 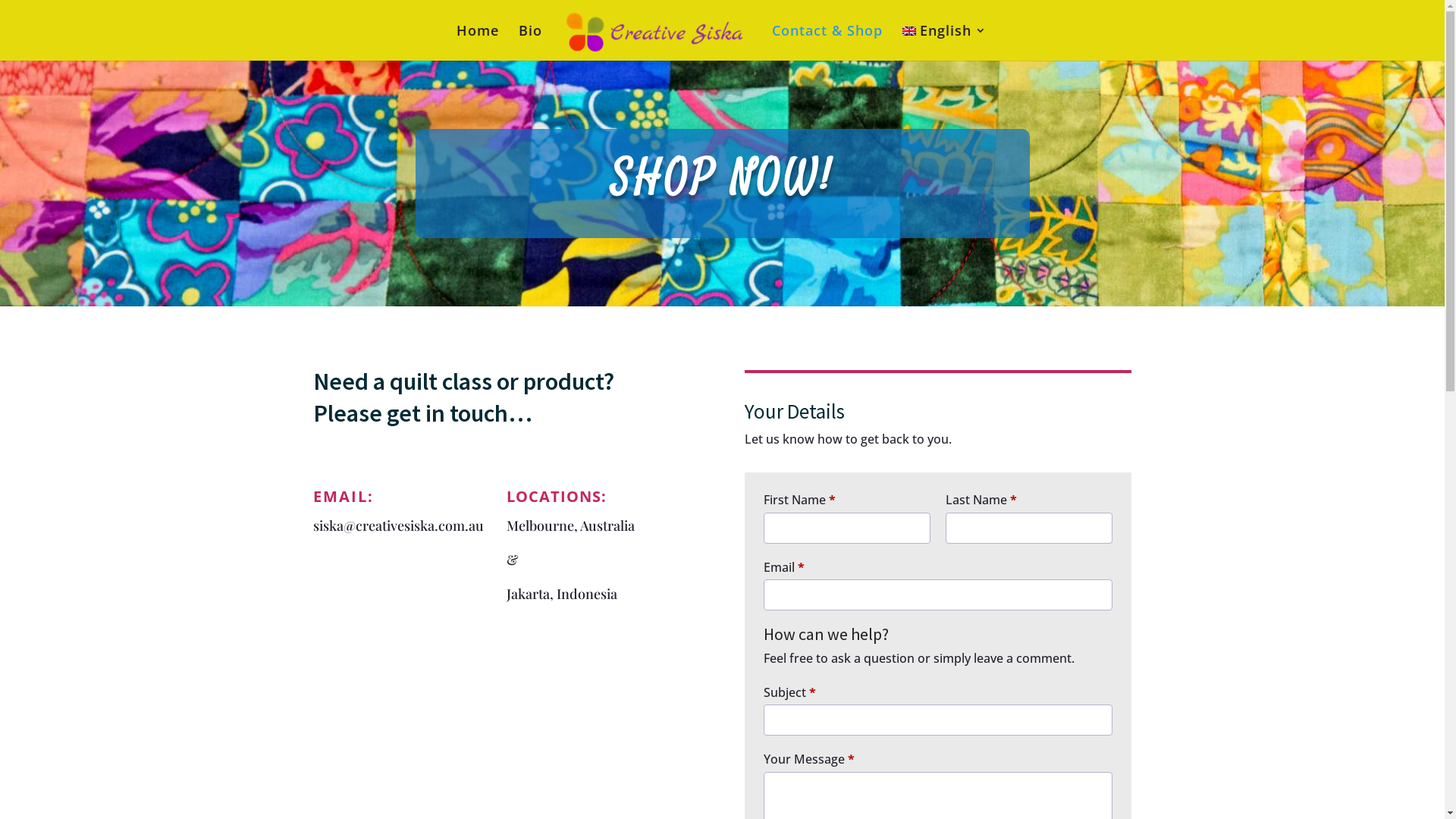 I want to click on 'Contact & Shop', so click(x=826, y=42).